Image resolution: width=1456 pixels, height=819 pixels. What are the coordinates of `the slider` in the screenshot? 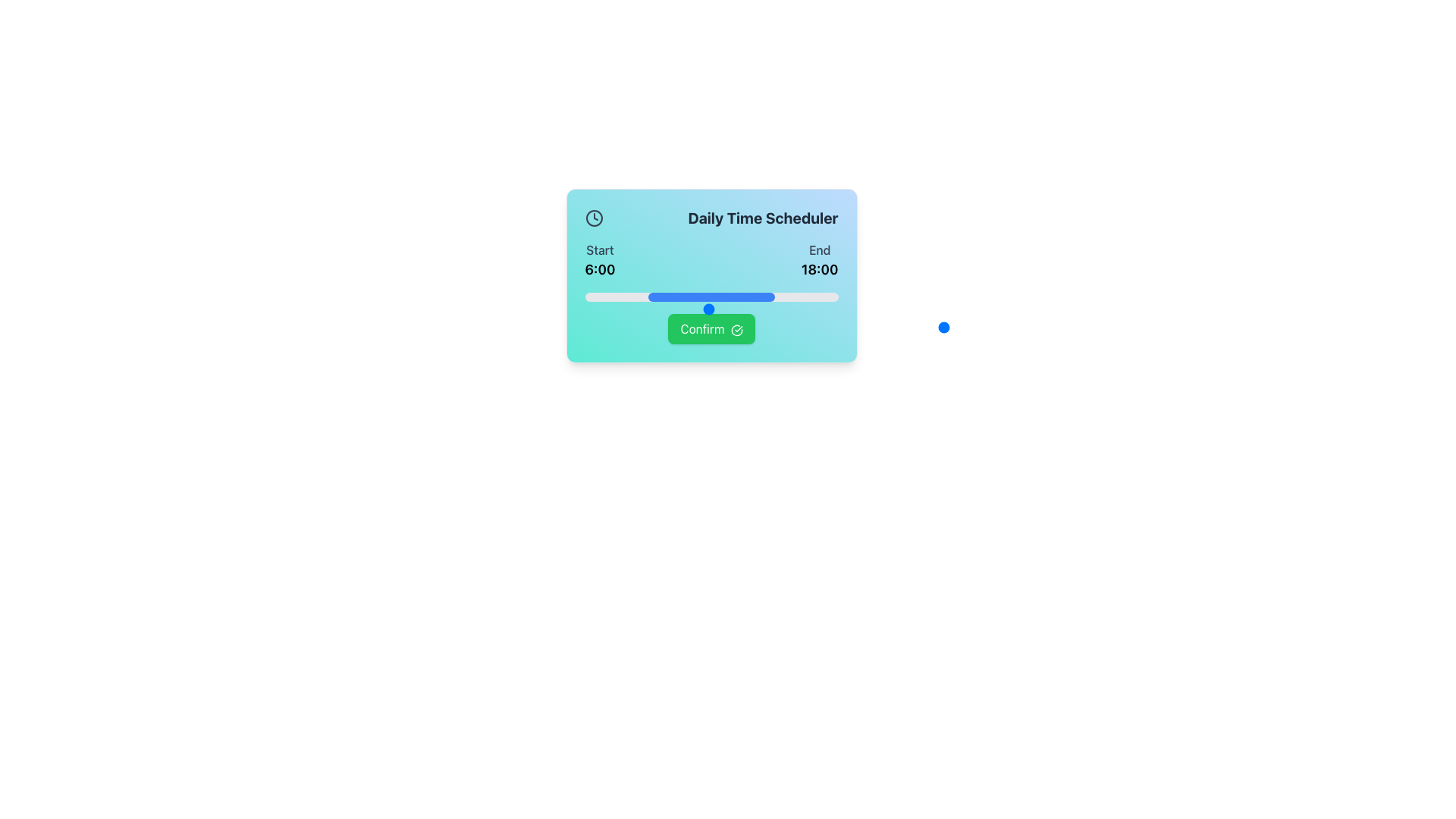 It's located at (633, 297).